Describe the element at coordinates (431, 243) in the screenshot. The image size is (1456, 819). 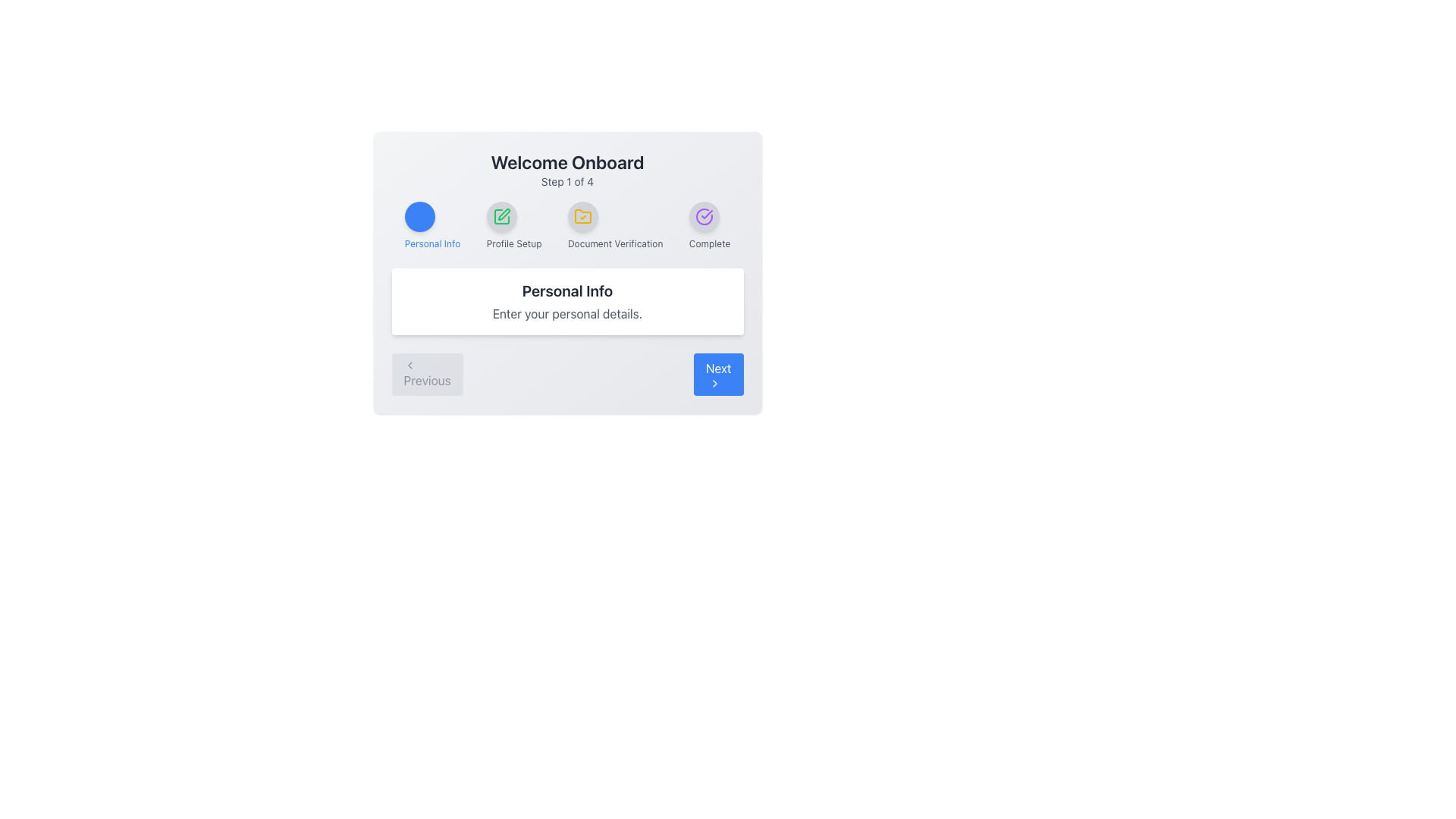
I see `the 'Personal Info' text label, which is displayed in a small blue font and located directly beneath a circular blue icon in the top-left portion of the main interface panel` at that location.